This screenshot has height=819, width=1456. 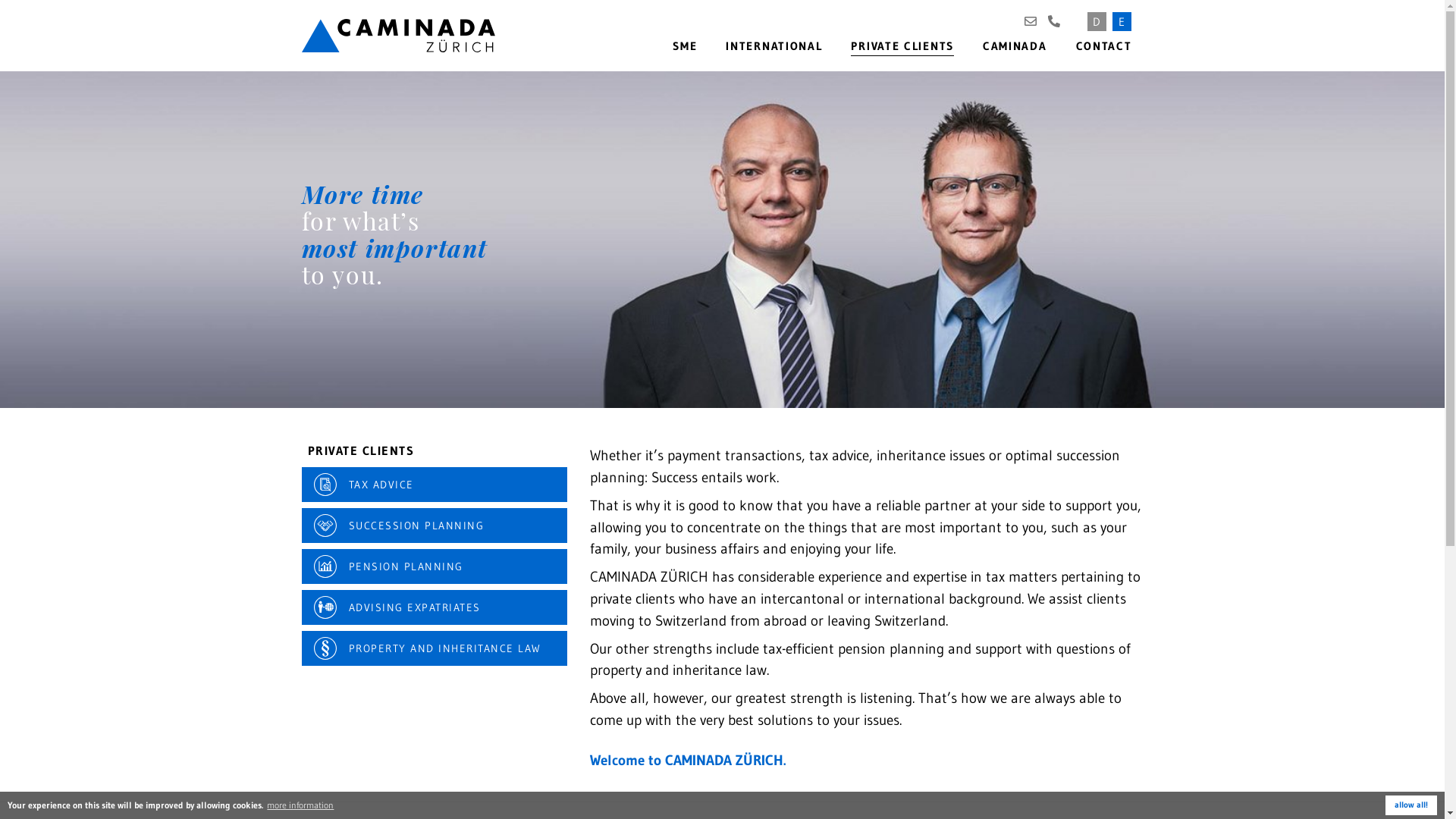 What do you see at coordinates (433, 566) in the screenshot?
I see `'PENSION PLANNING'` at bounding box center [433, 566].